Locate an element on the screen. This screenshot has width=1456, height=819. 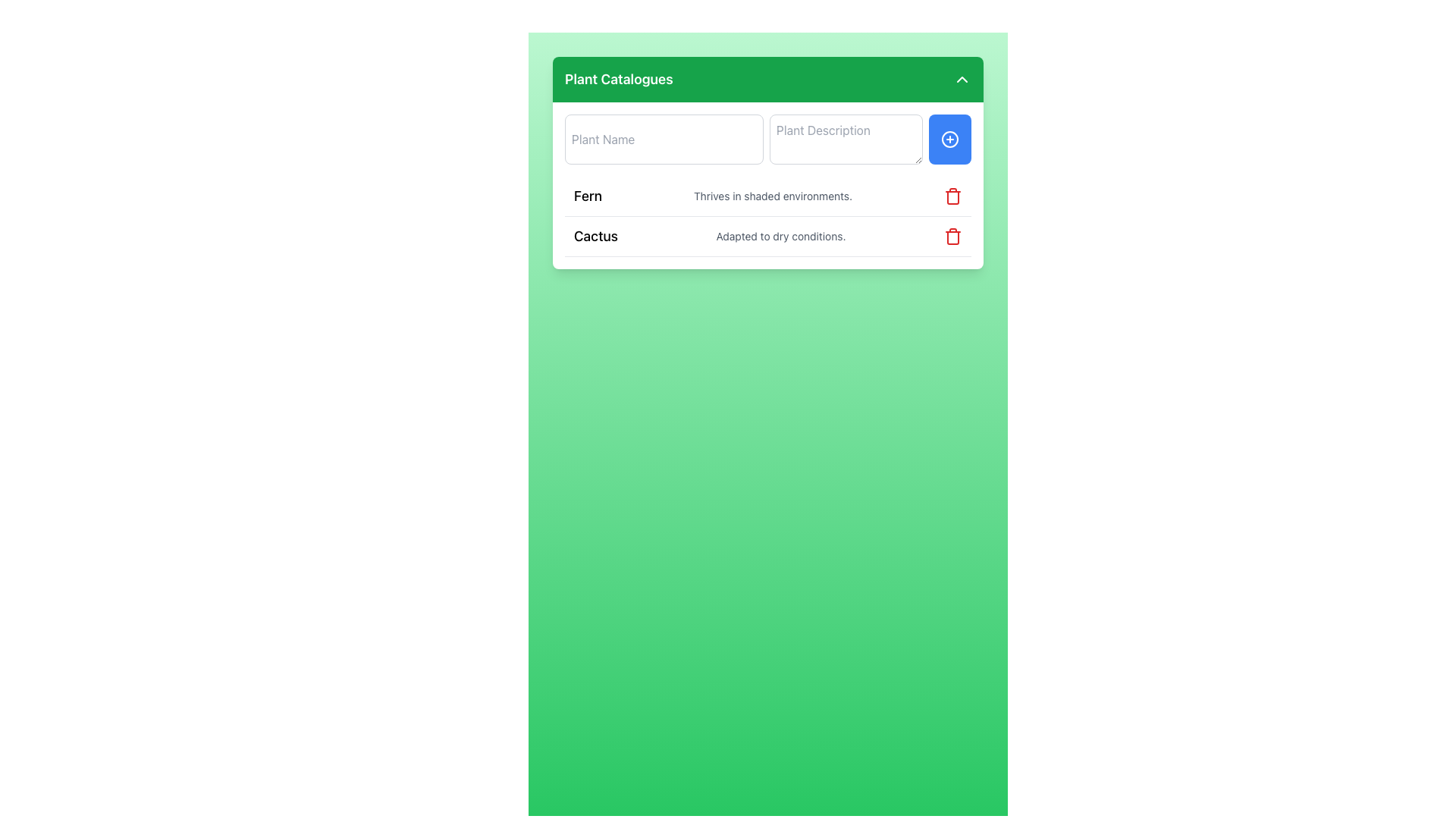
on the first list entry item titled 'Fern' is located at coordinates (767, 216).